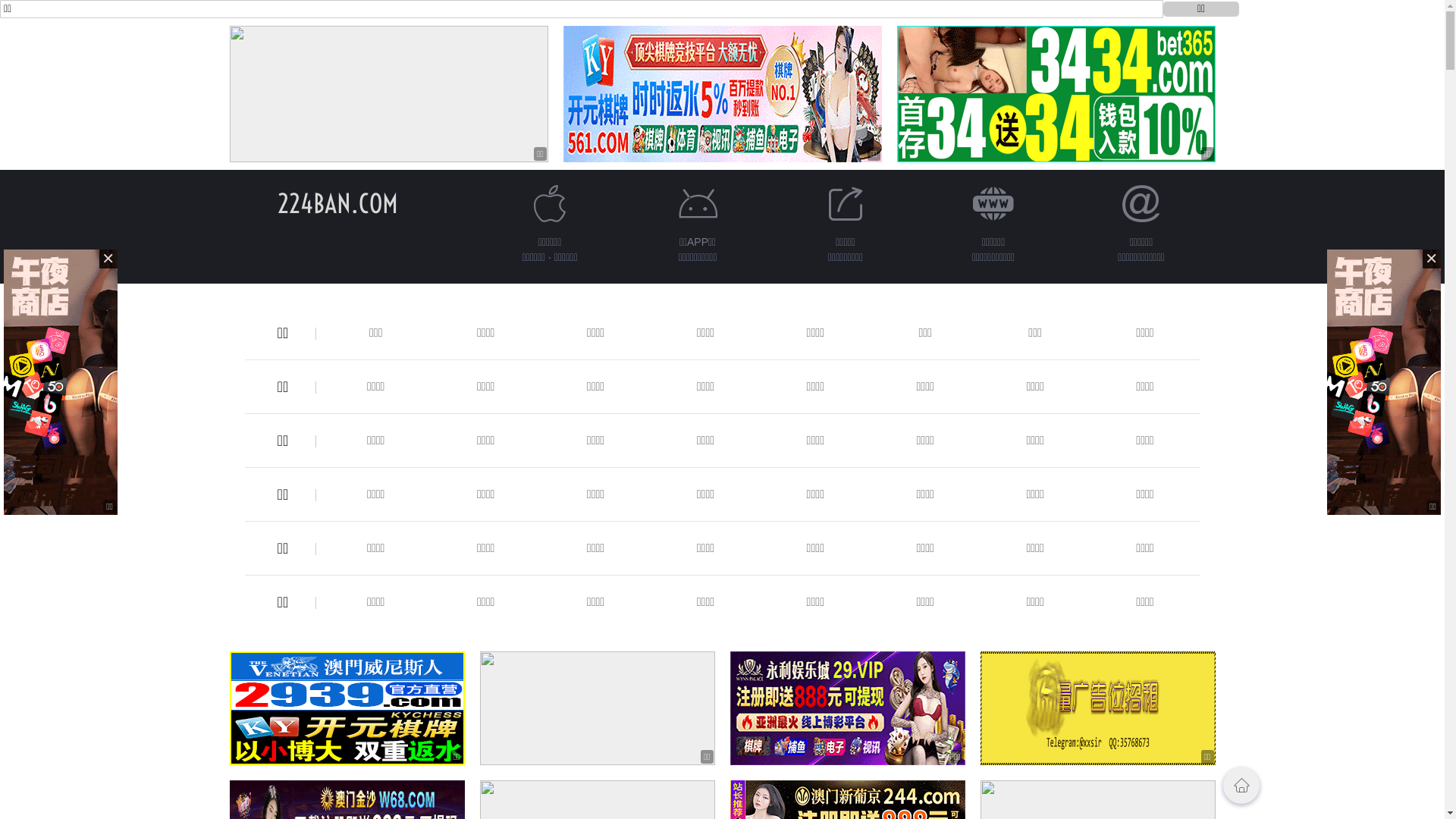  I want to click on '224BAN.COM', so click(277, 202).